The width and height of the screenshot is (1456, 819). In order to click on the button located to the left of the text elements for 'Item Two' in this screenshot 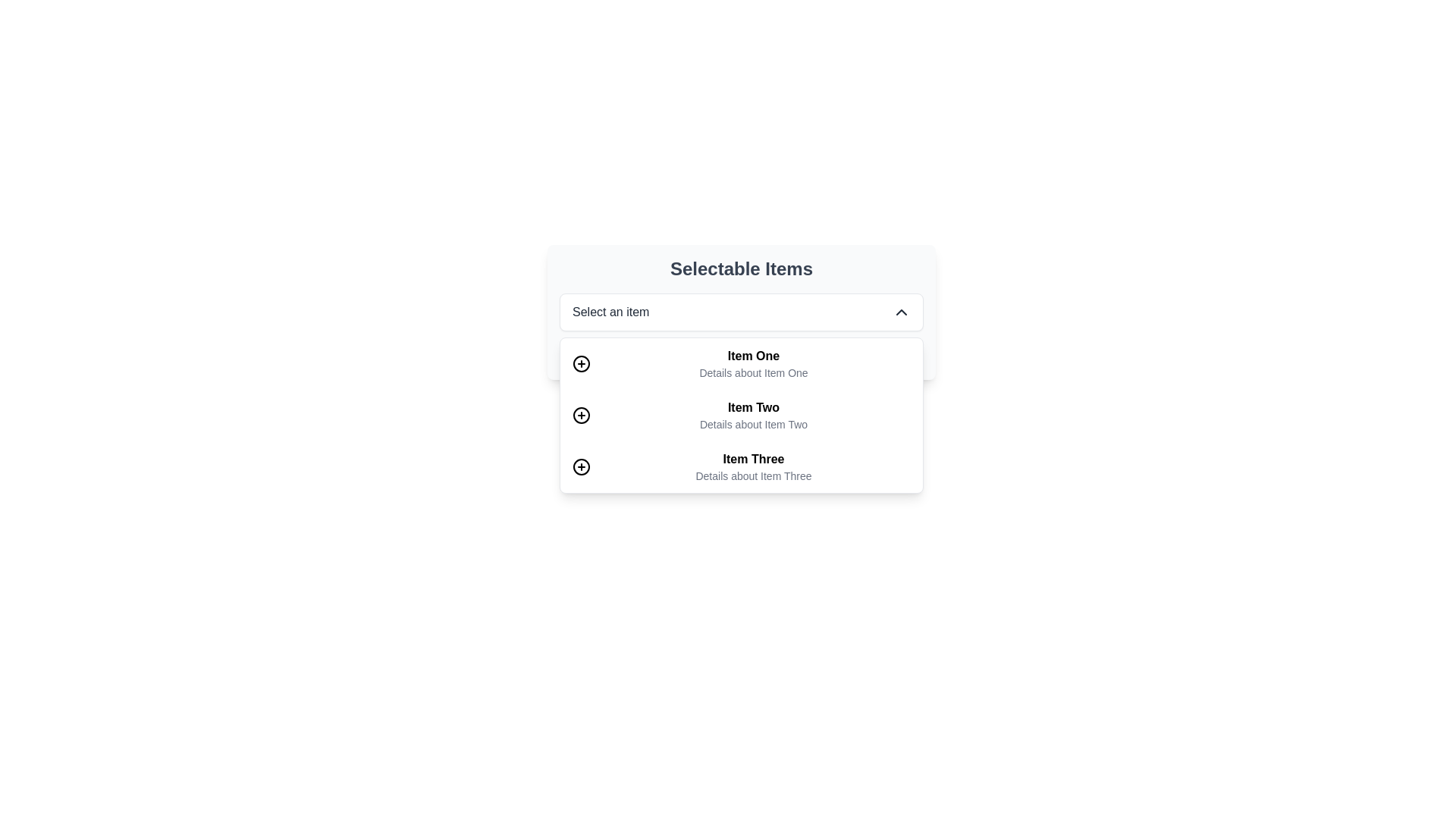, I will do `click(581, 415)`.